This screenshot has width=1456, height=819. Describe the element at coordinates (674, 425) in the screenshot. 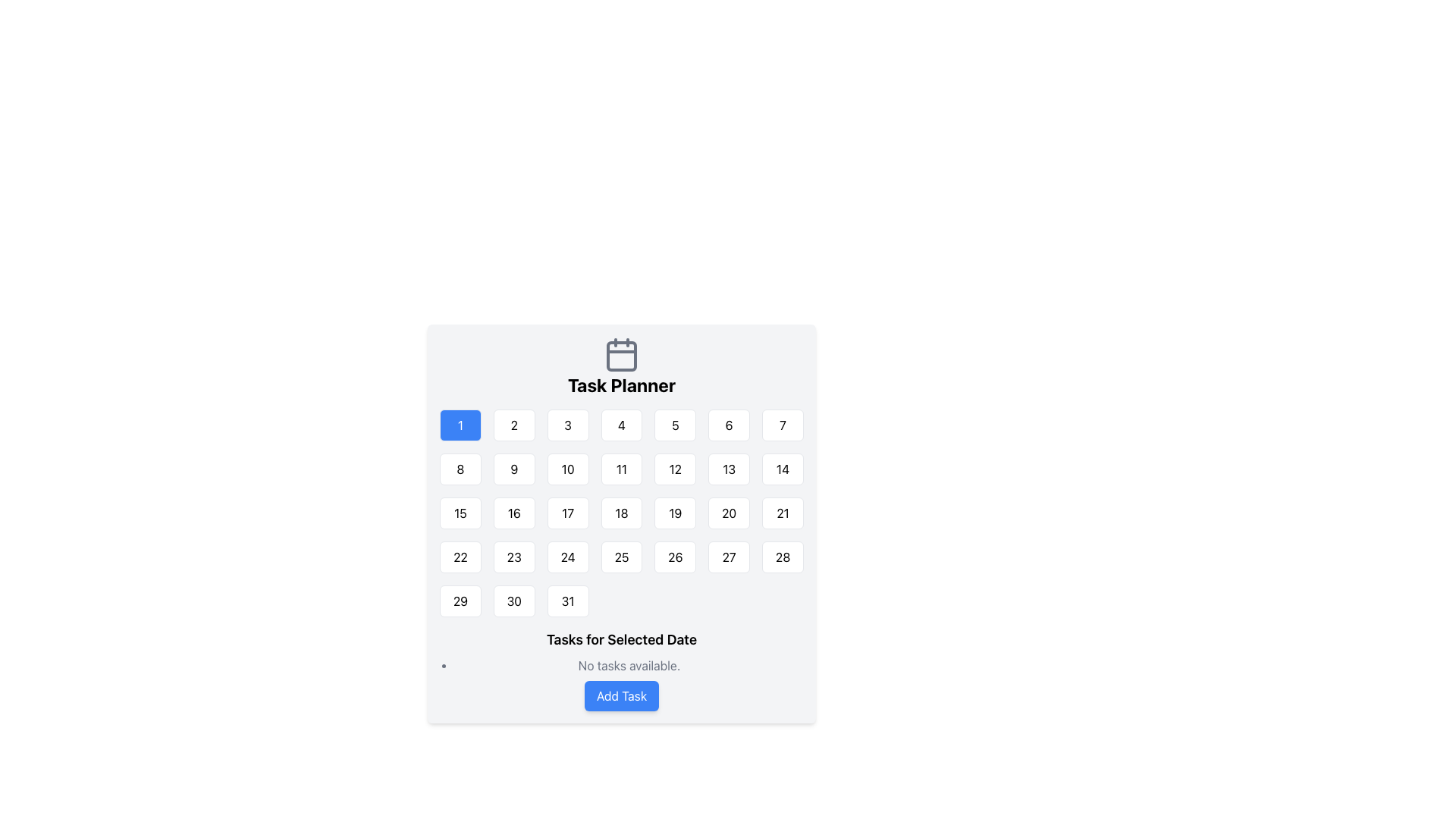

I see `the rectangular button labeled '5' with a white background and black font, located in the first row of a 7-column grid under the 'Task Planner' title` at that location.